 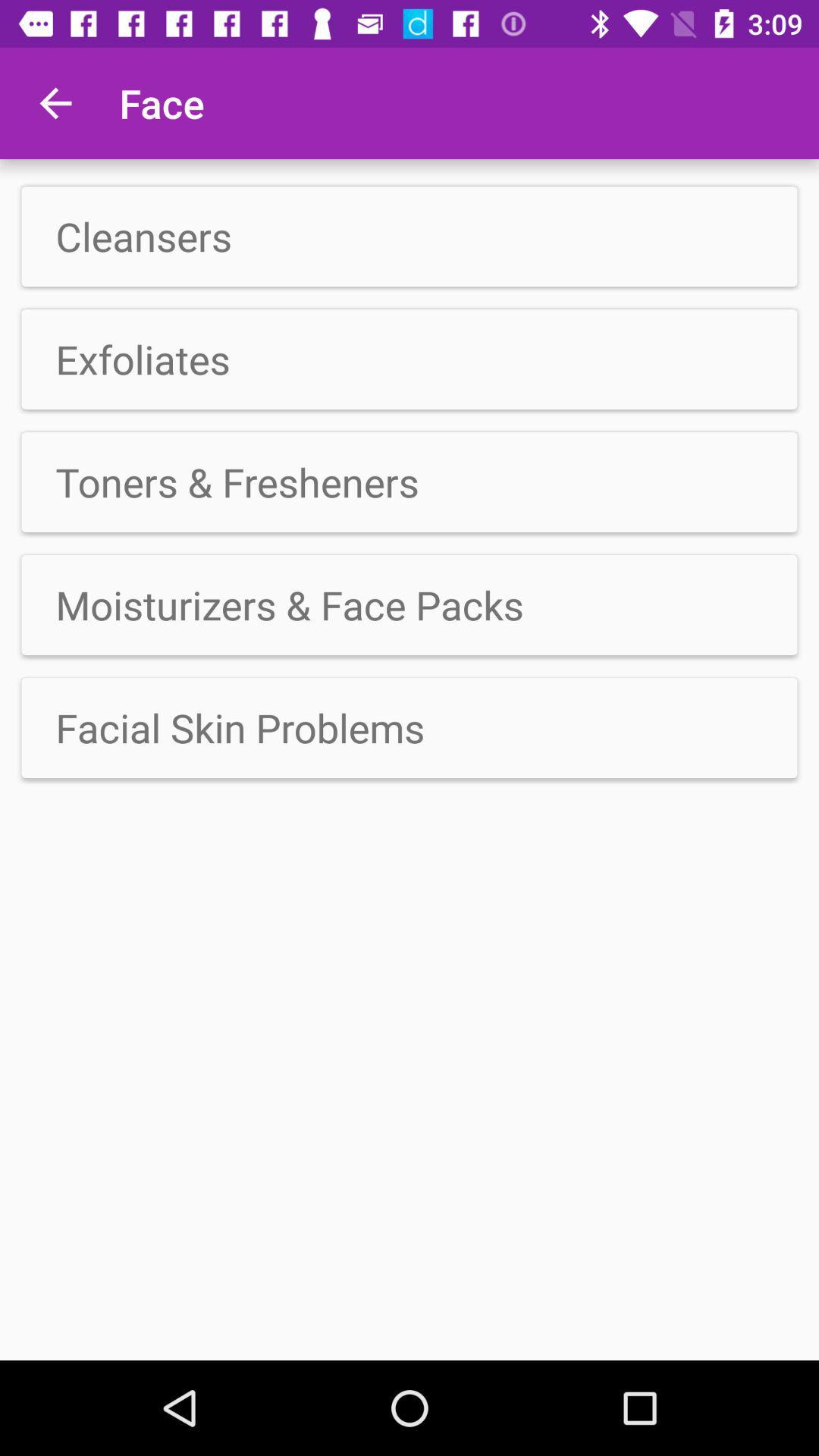 What do you see at coordinates (409, 728) in the screenshot?
I see `the facial skin problems icon` at bounding box center [409, 728].